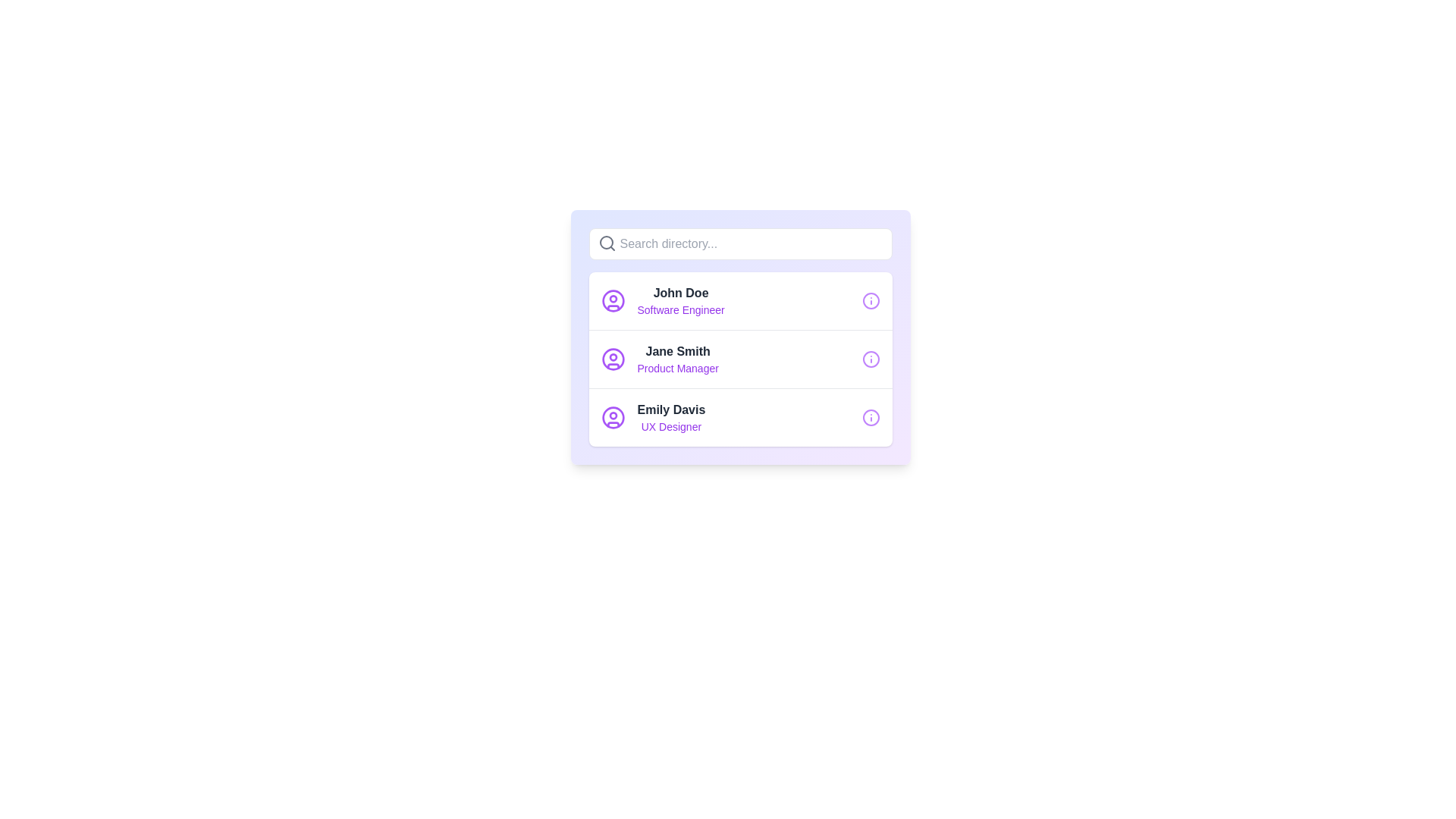  Describe the element at coordinates (670, 418) in the screenshot. I see `the Text label displaying the user's name and role, which is the third item in a list, located between 'Jane Smith' and the next entry, with an avatar icon to its left and an 'info' icon to its right` at that location.